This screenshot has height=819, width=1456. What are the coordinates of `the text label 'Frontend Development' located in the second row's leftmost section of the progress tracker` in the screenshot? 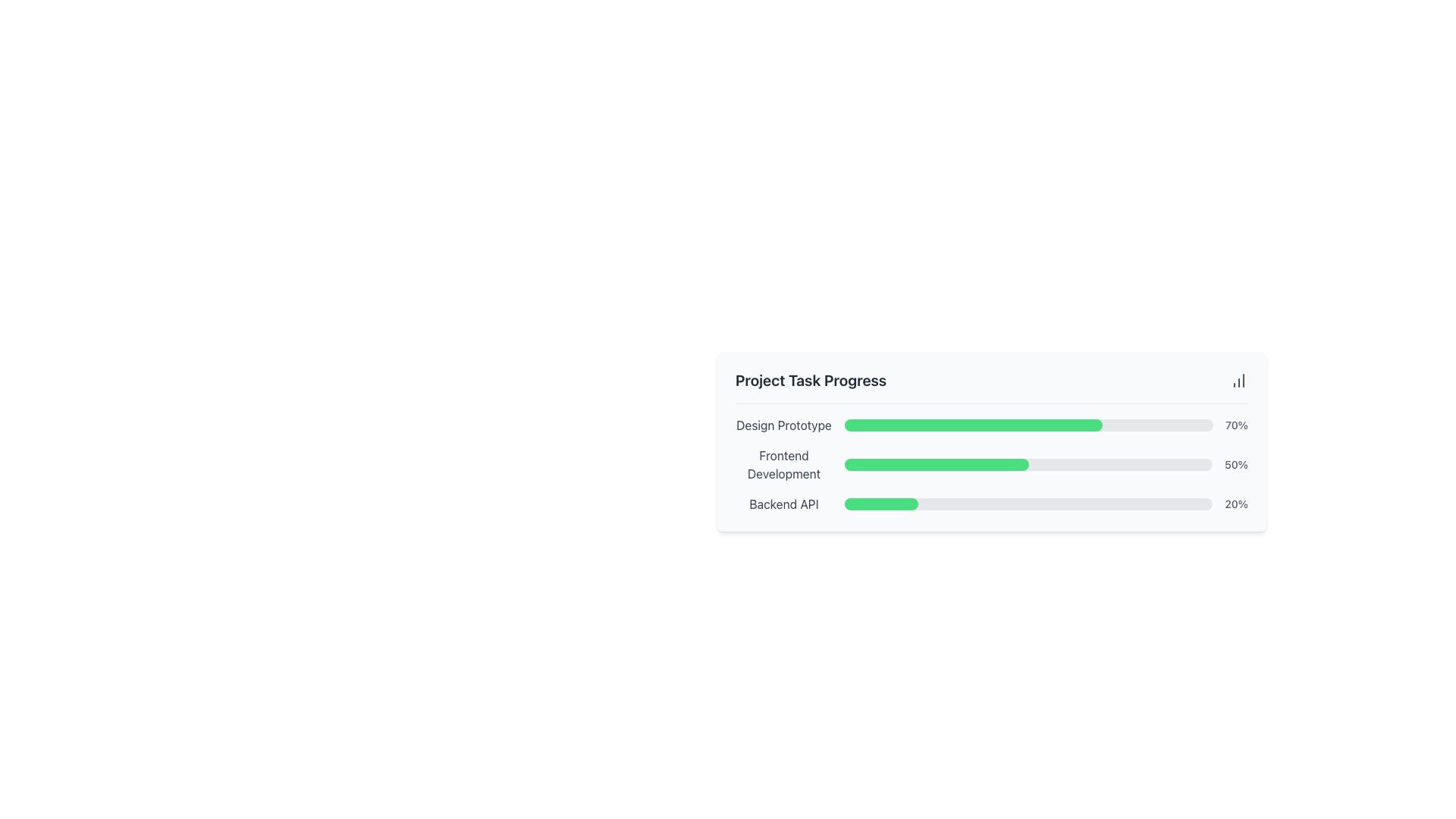 It's located at (783, 464).